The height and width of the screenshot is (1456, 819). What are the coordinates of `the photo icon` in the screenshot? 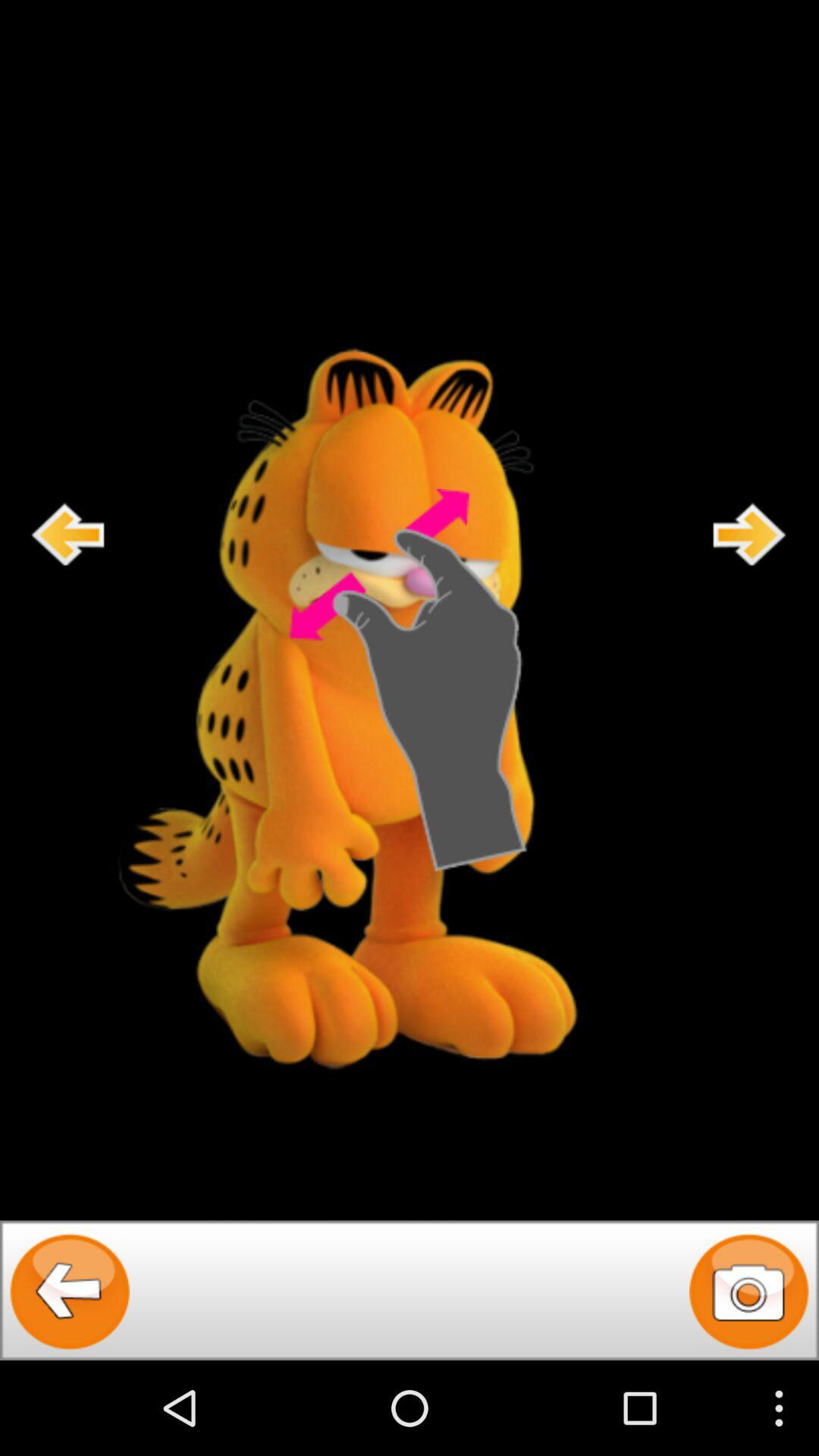 It's located at (748, 1381).